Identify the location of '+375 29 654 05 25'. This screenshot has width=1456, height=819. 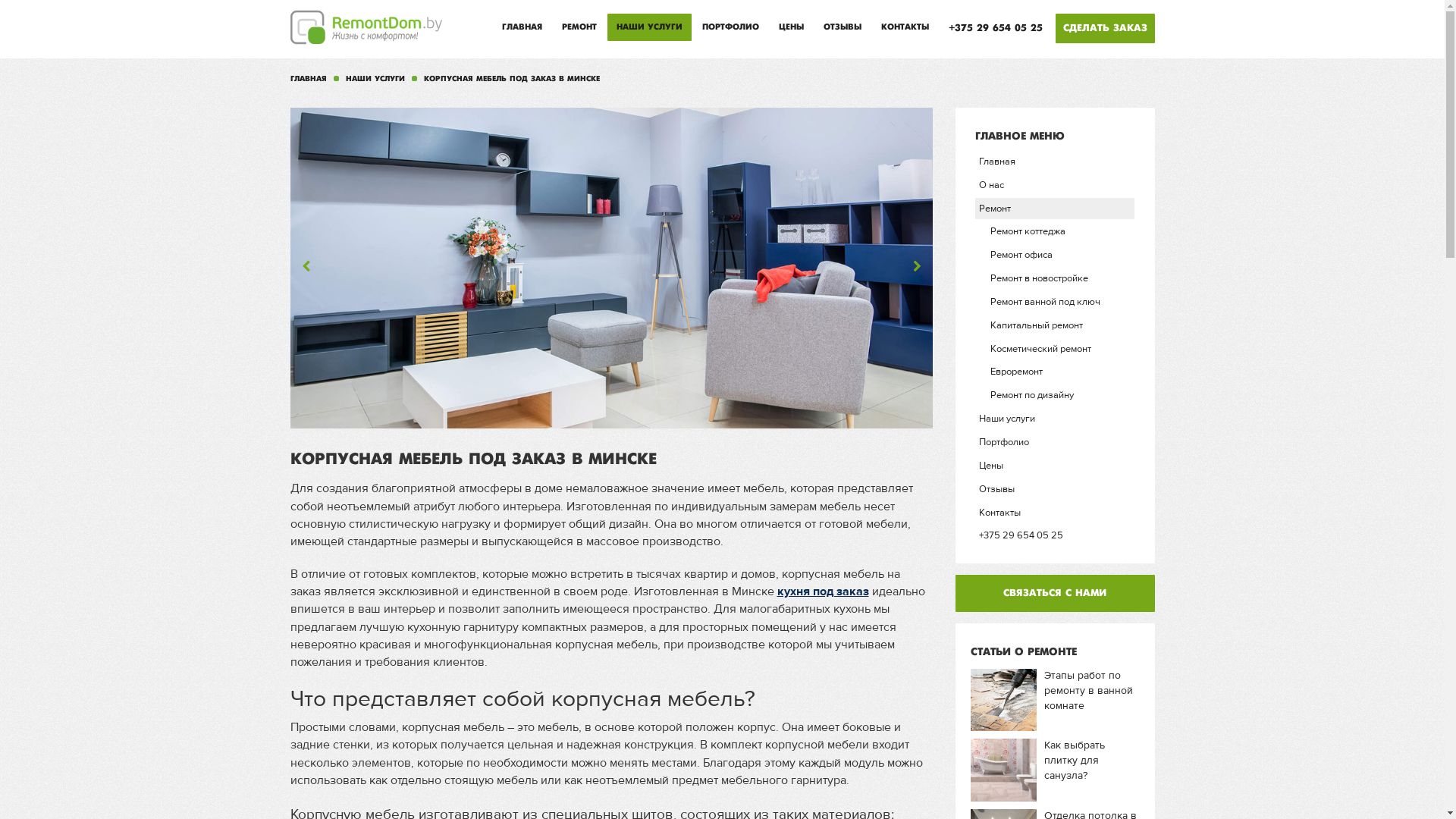
(1054, 535).